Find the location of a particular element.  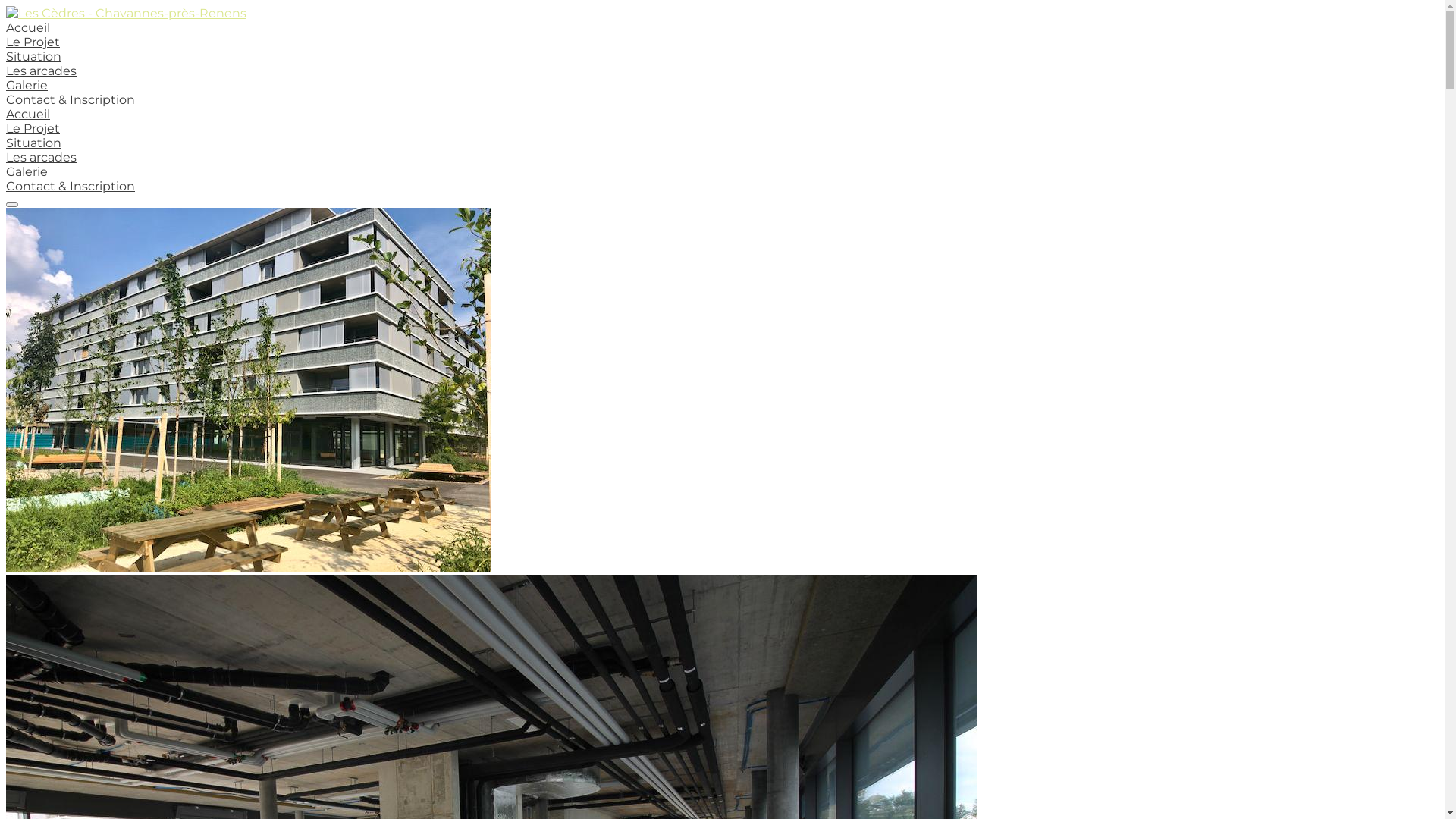

'Accueil' is located at coordinates (28, 27).